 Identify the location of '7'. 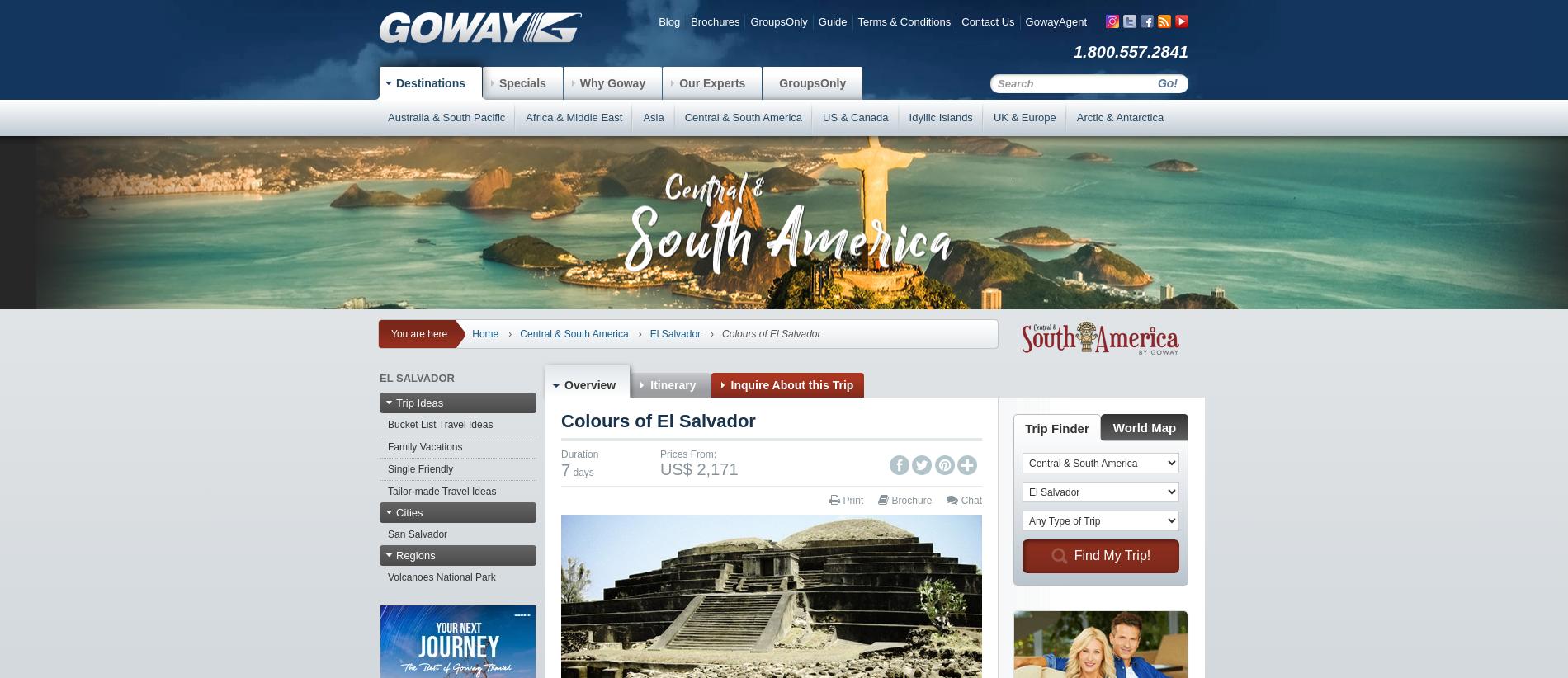
(565, 469).